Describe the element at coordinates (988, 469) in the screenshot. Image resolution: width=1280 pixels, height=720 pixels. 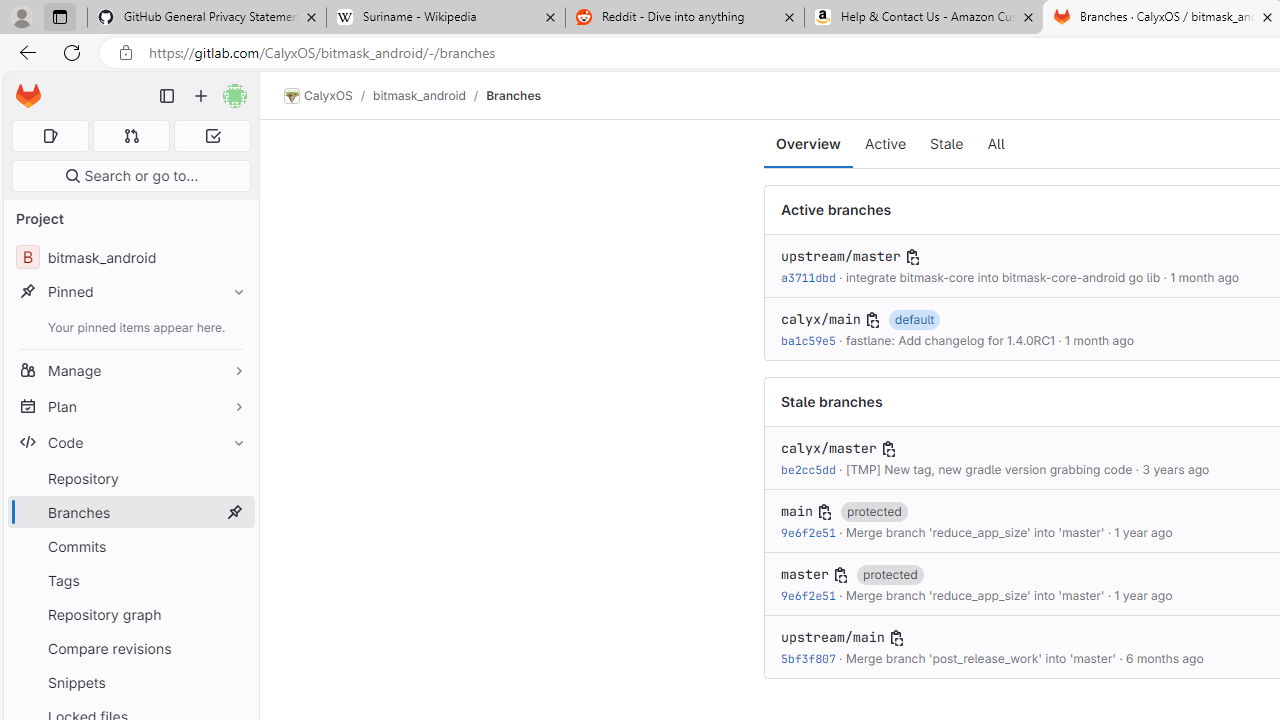
I see `'[TMP] New tag, new gradle version grabbing code'` at that location.